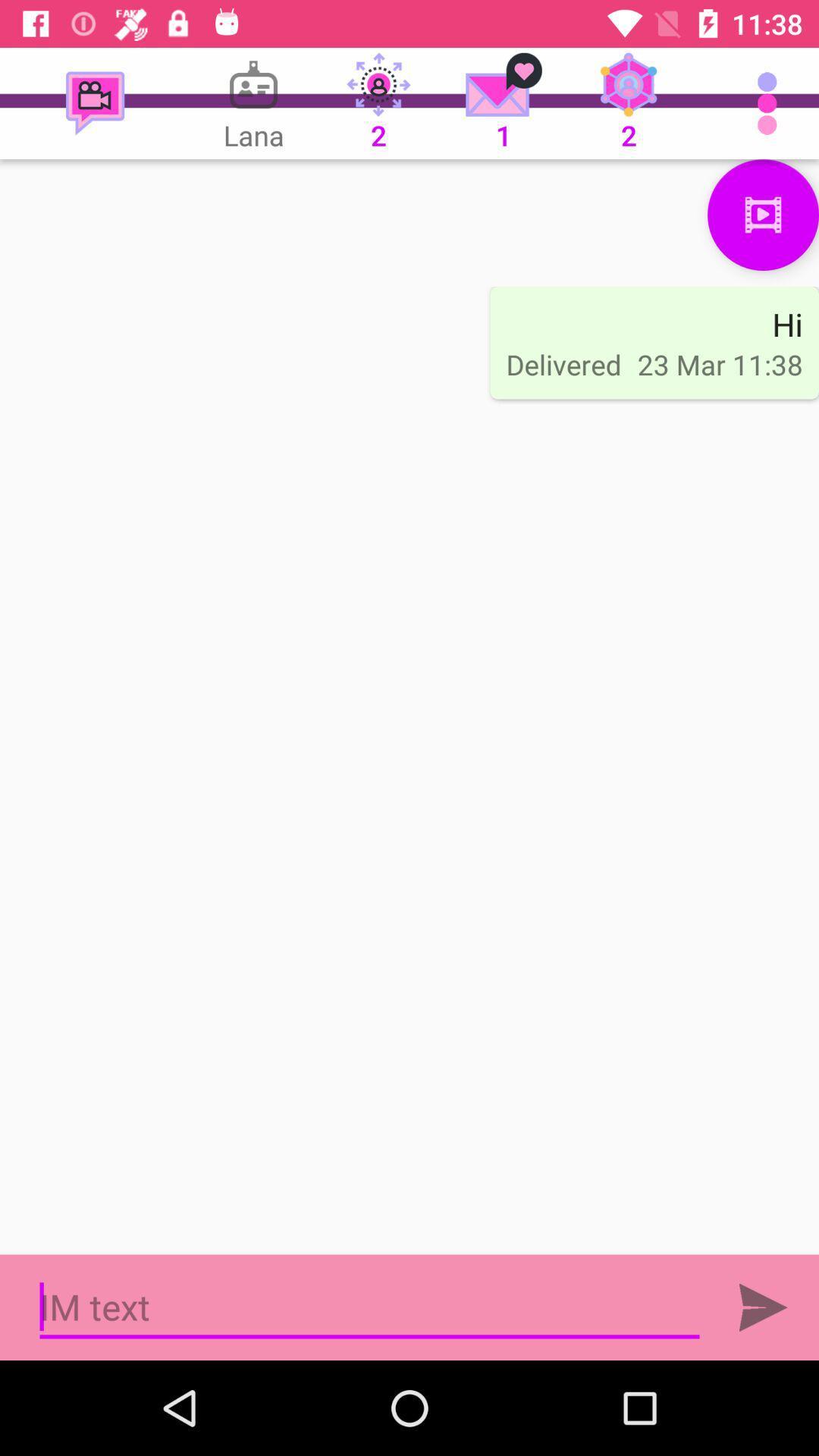 This screenshot has width=819, height=1456. I want to click on type text message option, so click(369, 1307).